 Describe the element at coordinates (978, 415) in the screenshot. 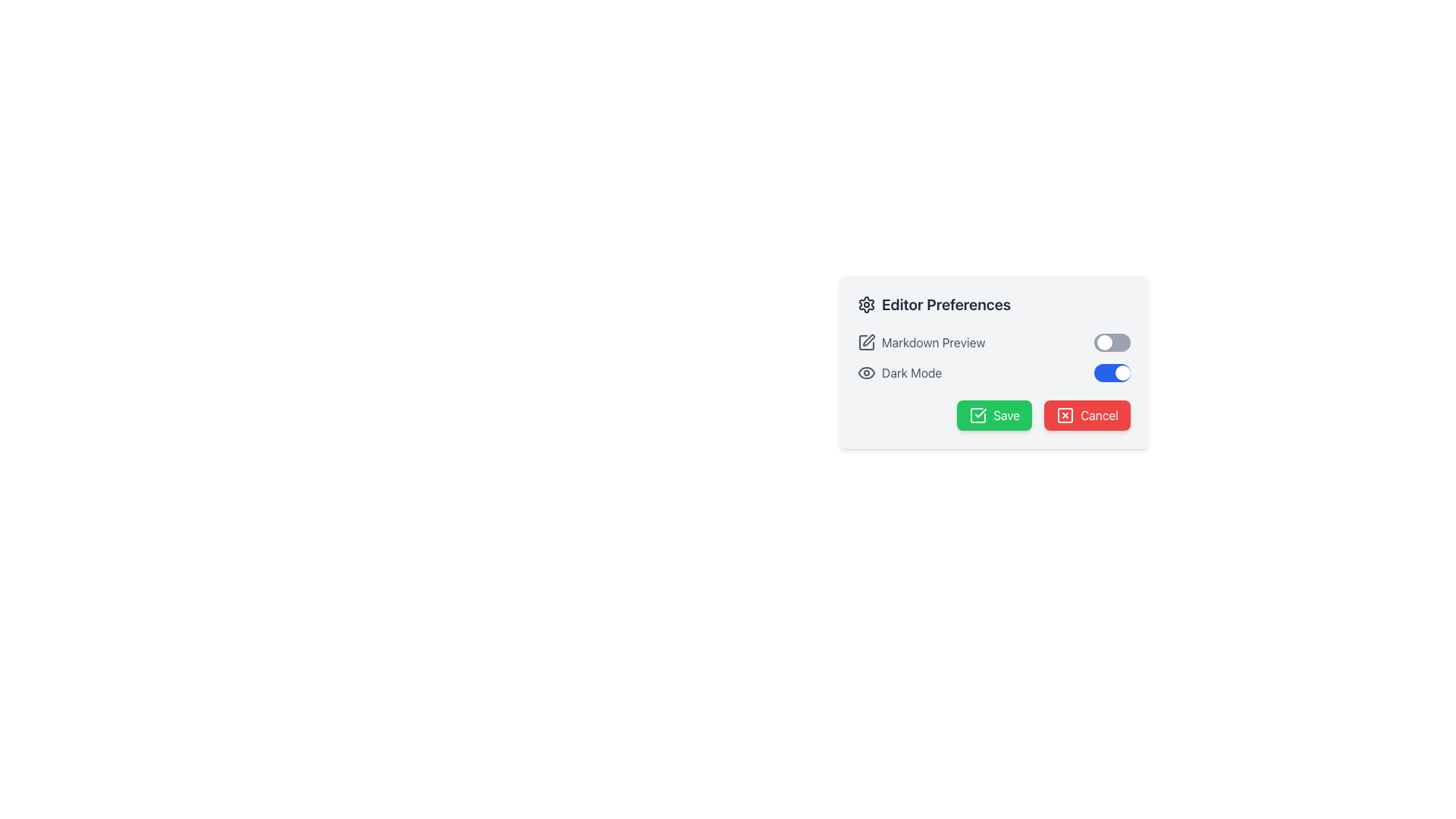

I see `the visual indicator icon located to the left of the 'Save' text within the green button in the 'Editor Preferences' modal dialog` at that location.